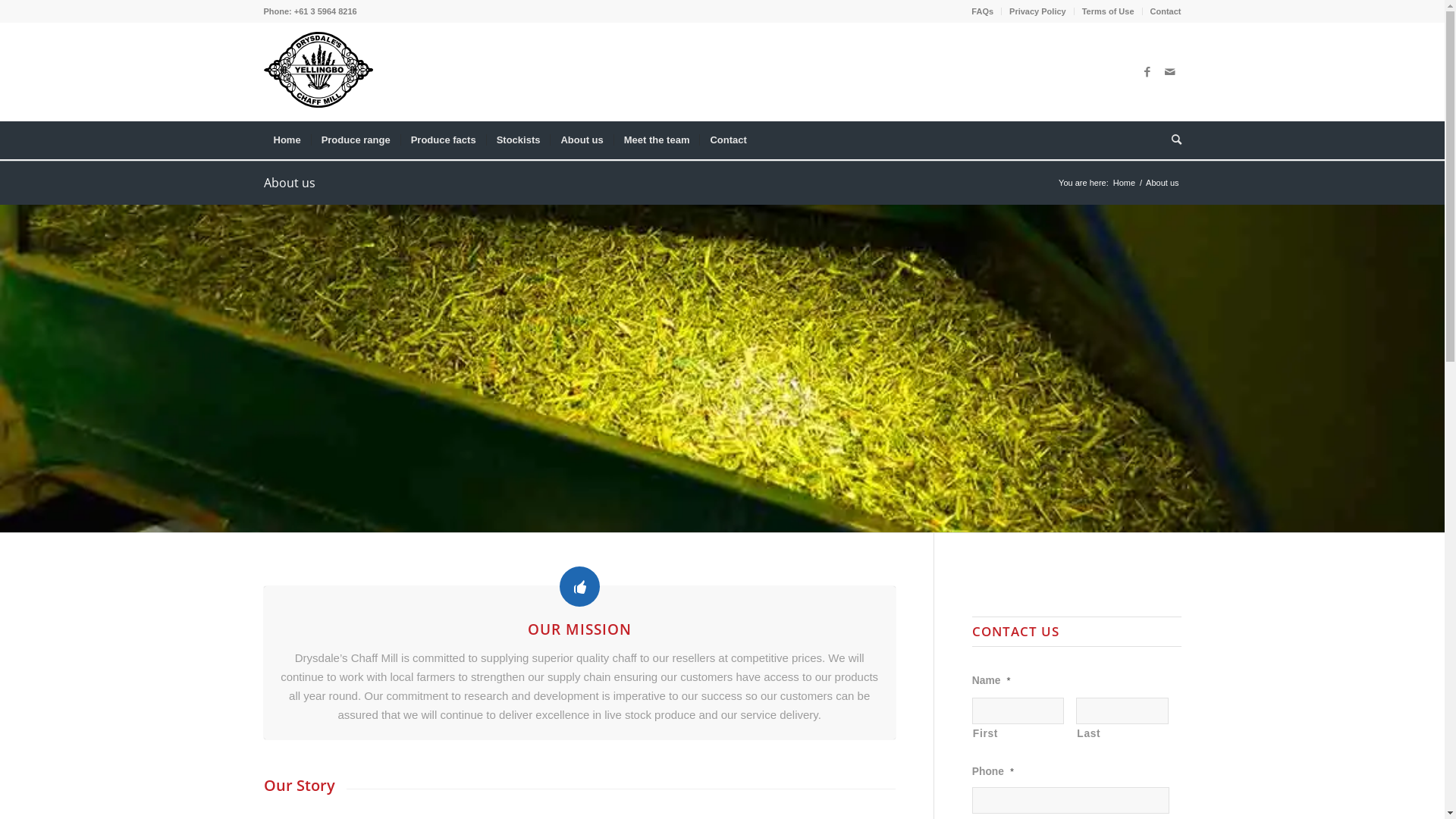 This screenshot has height=819, width=1456. What do you see at coordinates (971, 11) in the screenshot?
I see `'FAQs'` at bounding box center [971, 11].